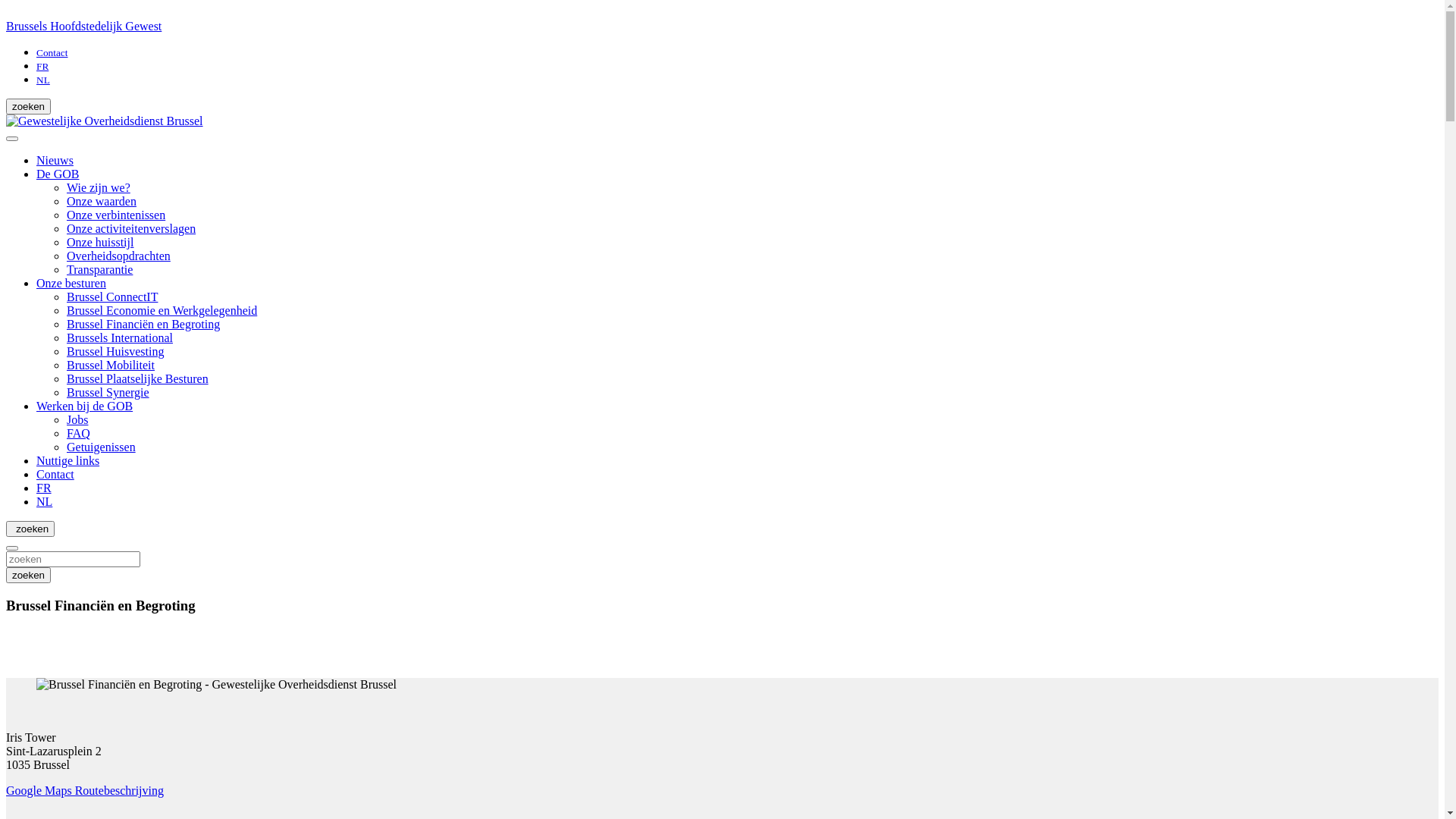 This screenshot has height=819, width=1456. Describe the element at coordinates (42, 64) in the screenshot. I see `'FR'` at that location.